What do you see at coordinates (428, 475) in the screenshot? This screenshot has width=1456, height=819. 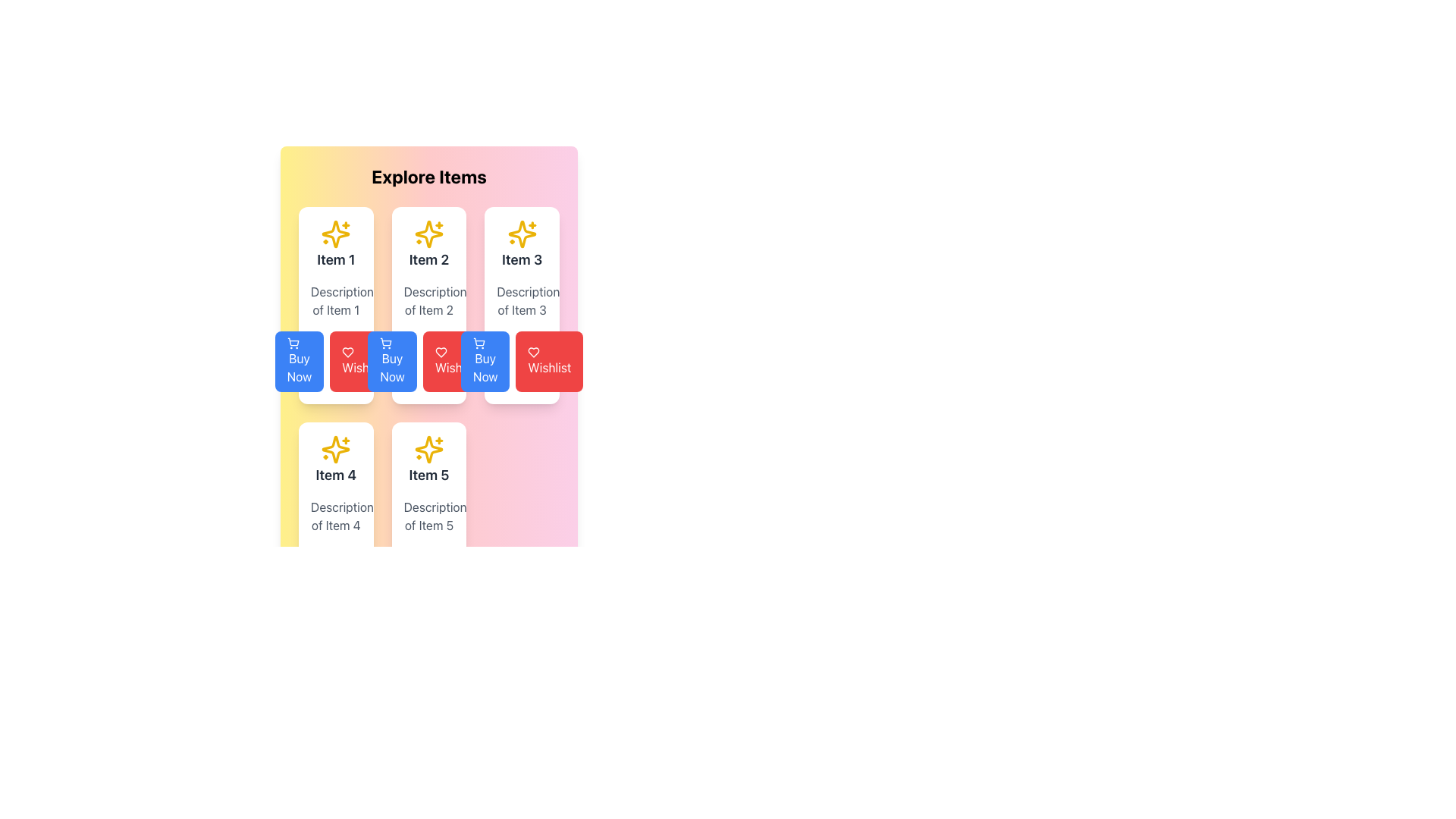 I see `the text label identified as 'Item 5', located at the bottom of the card in the second row, second column of the grid layout` at bounding box center [428, 475].